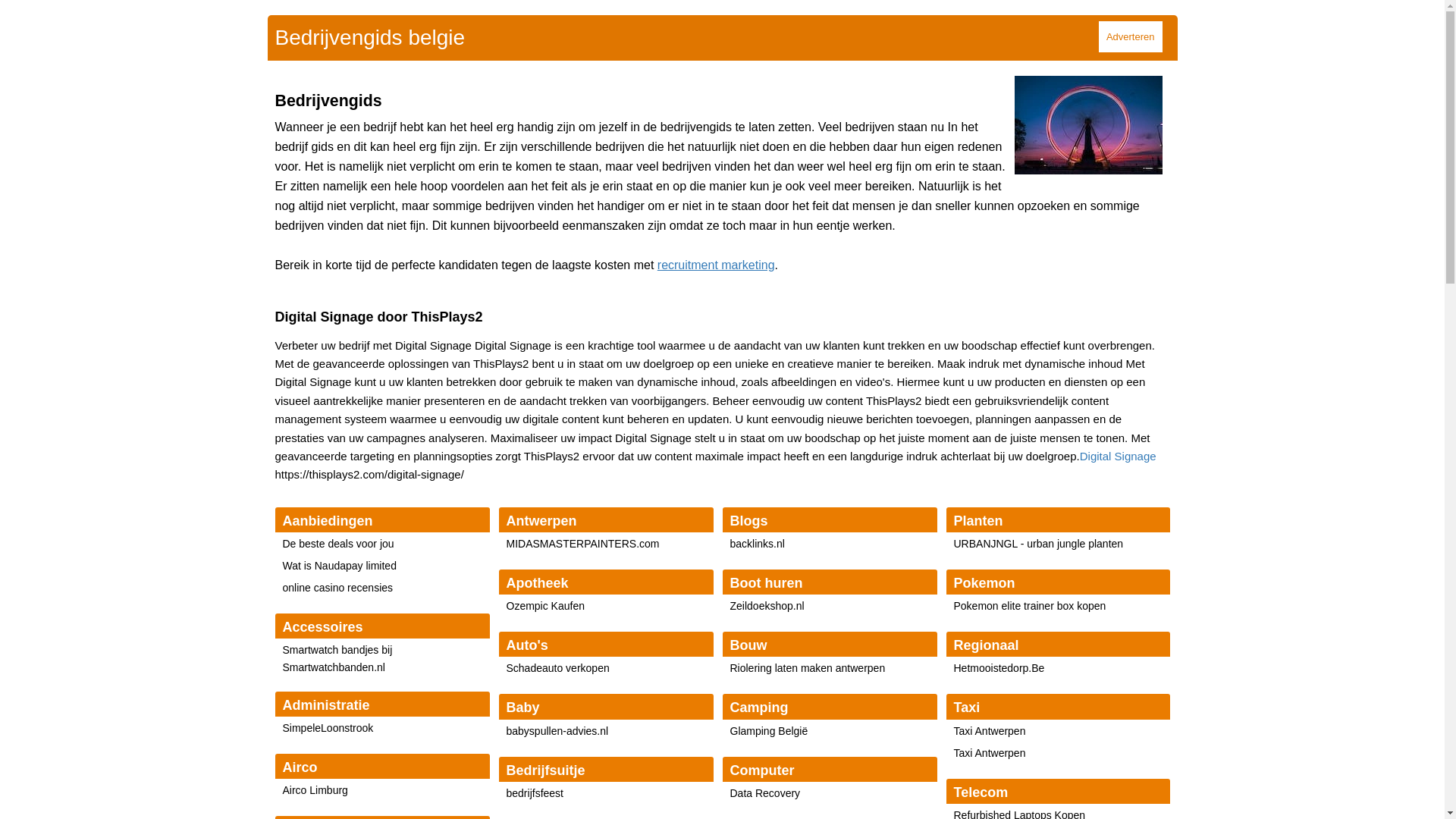  What do you see at coordinates (1030, 604) in the screenshot?
I see `'Pokemon elite trainer box kopen'` at bounding box center [1030, 604].